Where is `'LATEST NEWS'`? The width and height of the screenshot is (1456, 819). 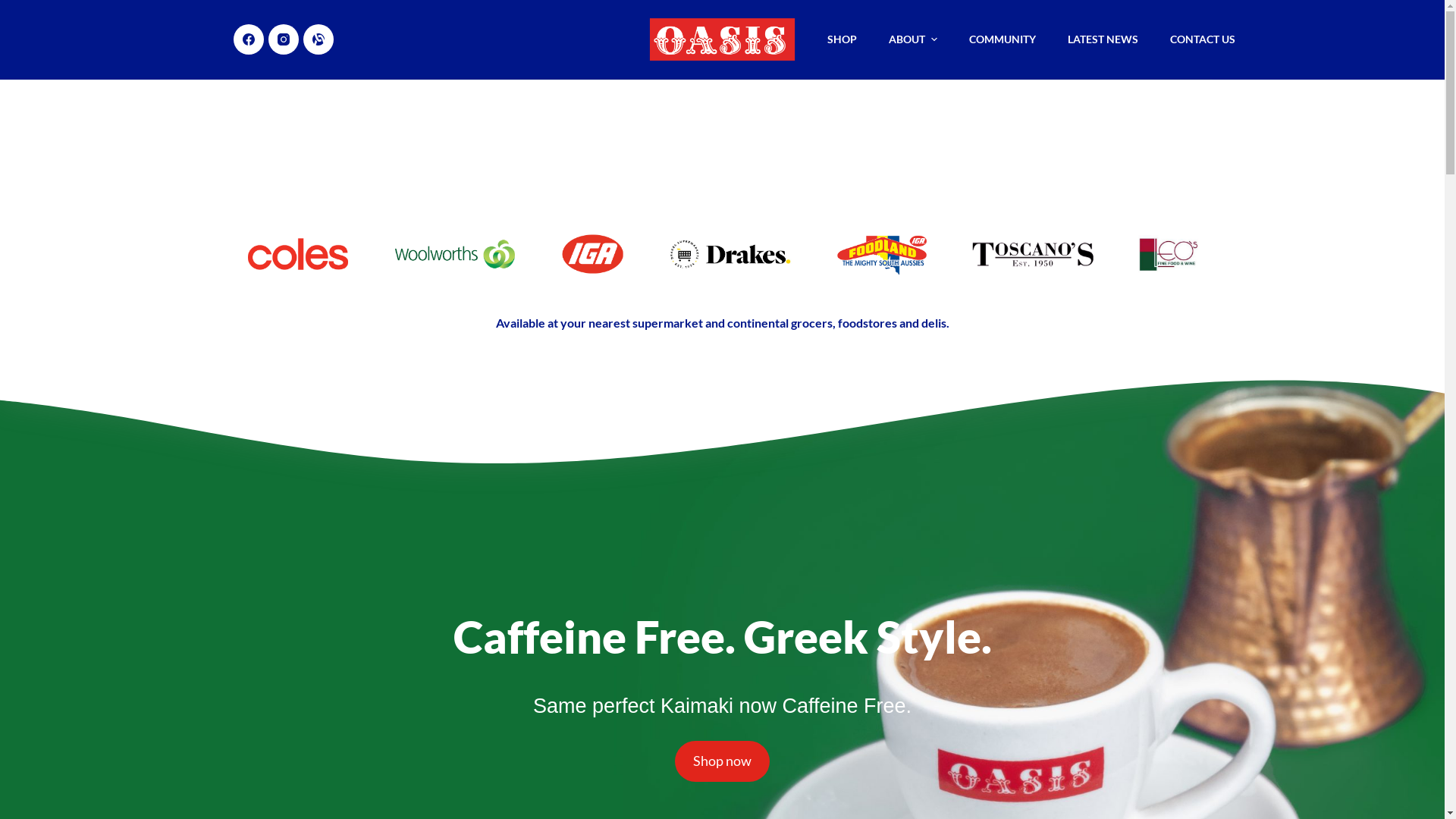 'LATEST NEWS' is located at coordinates (1051, 38).